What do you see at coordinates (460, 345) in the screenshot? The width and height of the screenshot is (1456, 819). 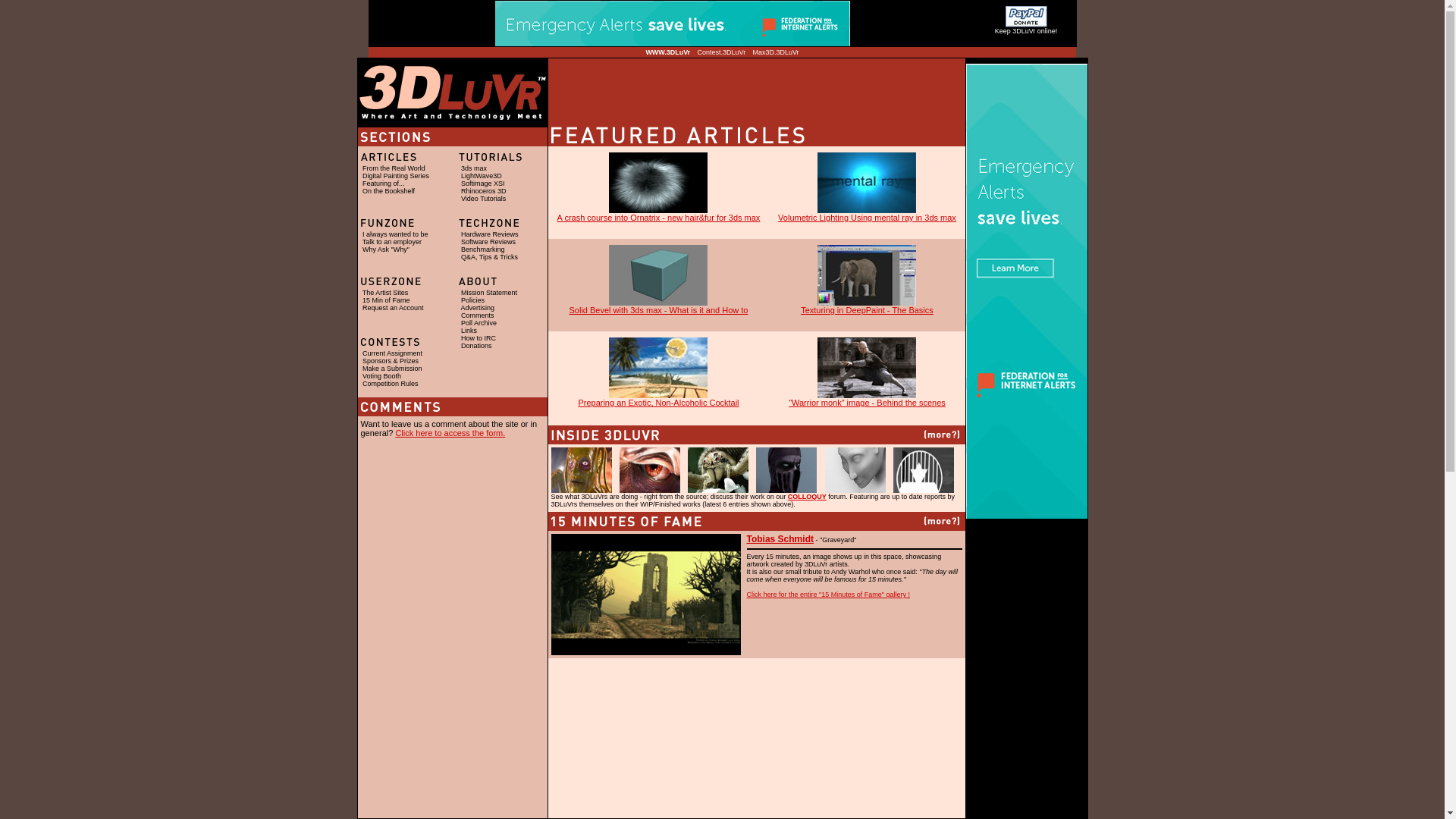 I see `'Donations'` at bounding box center [460, 345].